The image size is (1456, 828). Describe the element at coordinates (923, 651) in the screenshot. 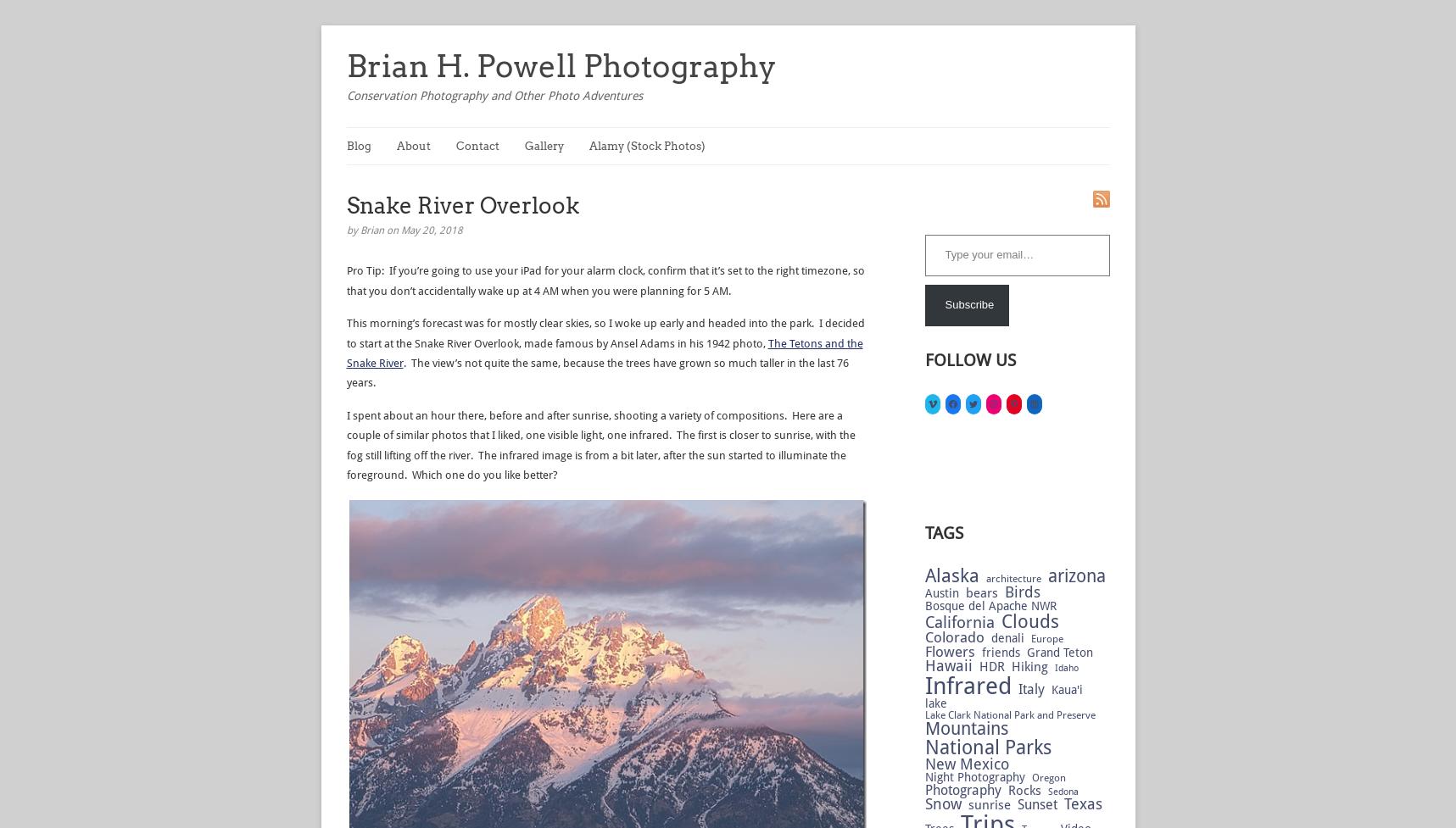

I see `'Flowers'` at that location.